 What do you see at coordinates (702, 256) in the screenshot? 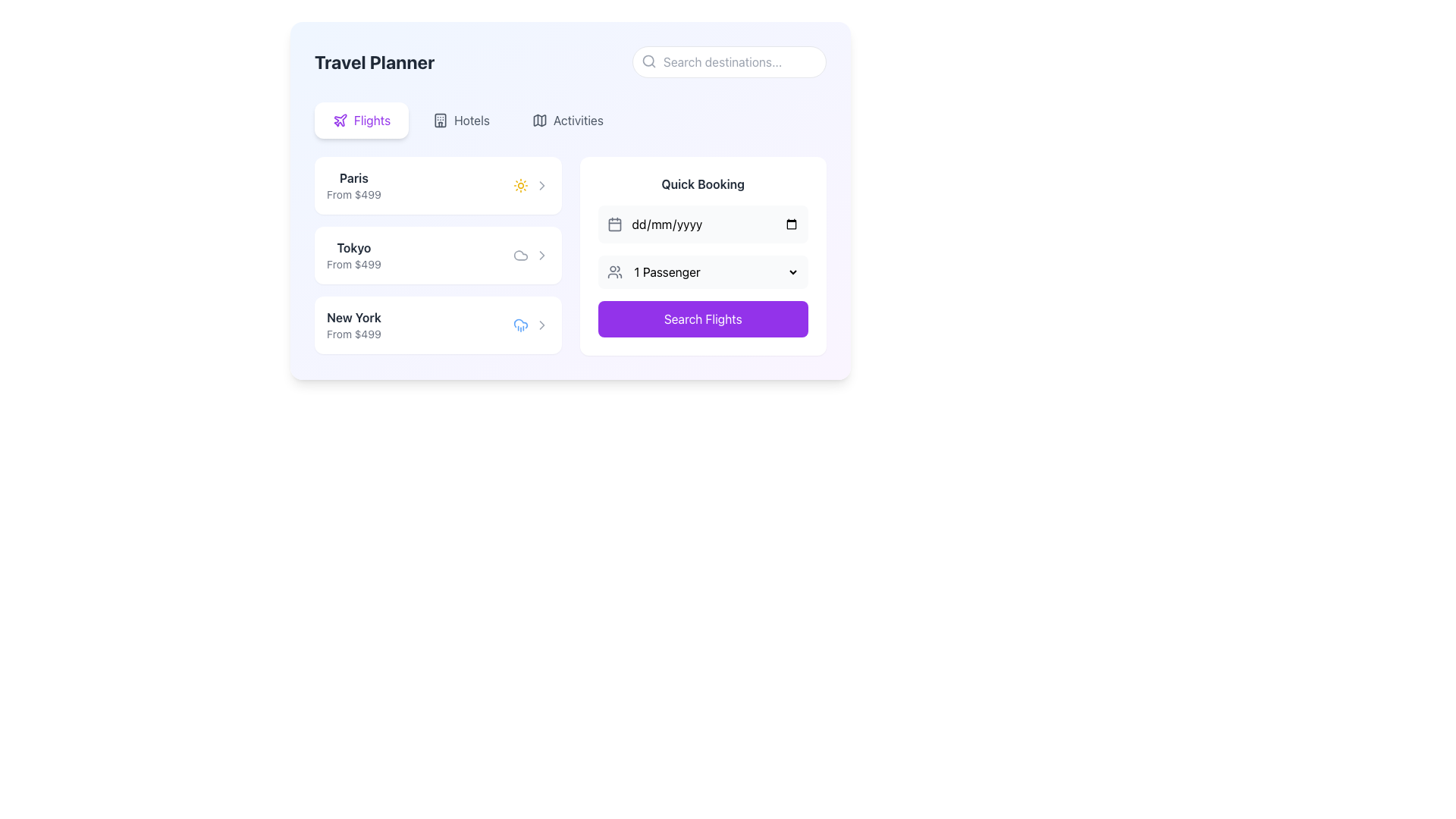
I see `the dropdown menu labeled '1 Passenger' within the Quick Booking card` at bounding box center [702, 256].